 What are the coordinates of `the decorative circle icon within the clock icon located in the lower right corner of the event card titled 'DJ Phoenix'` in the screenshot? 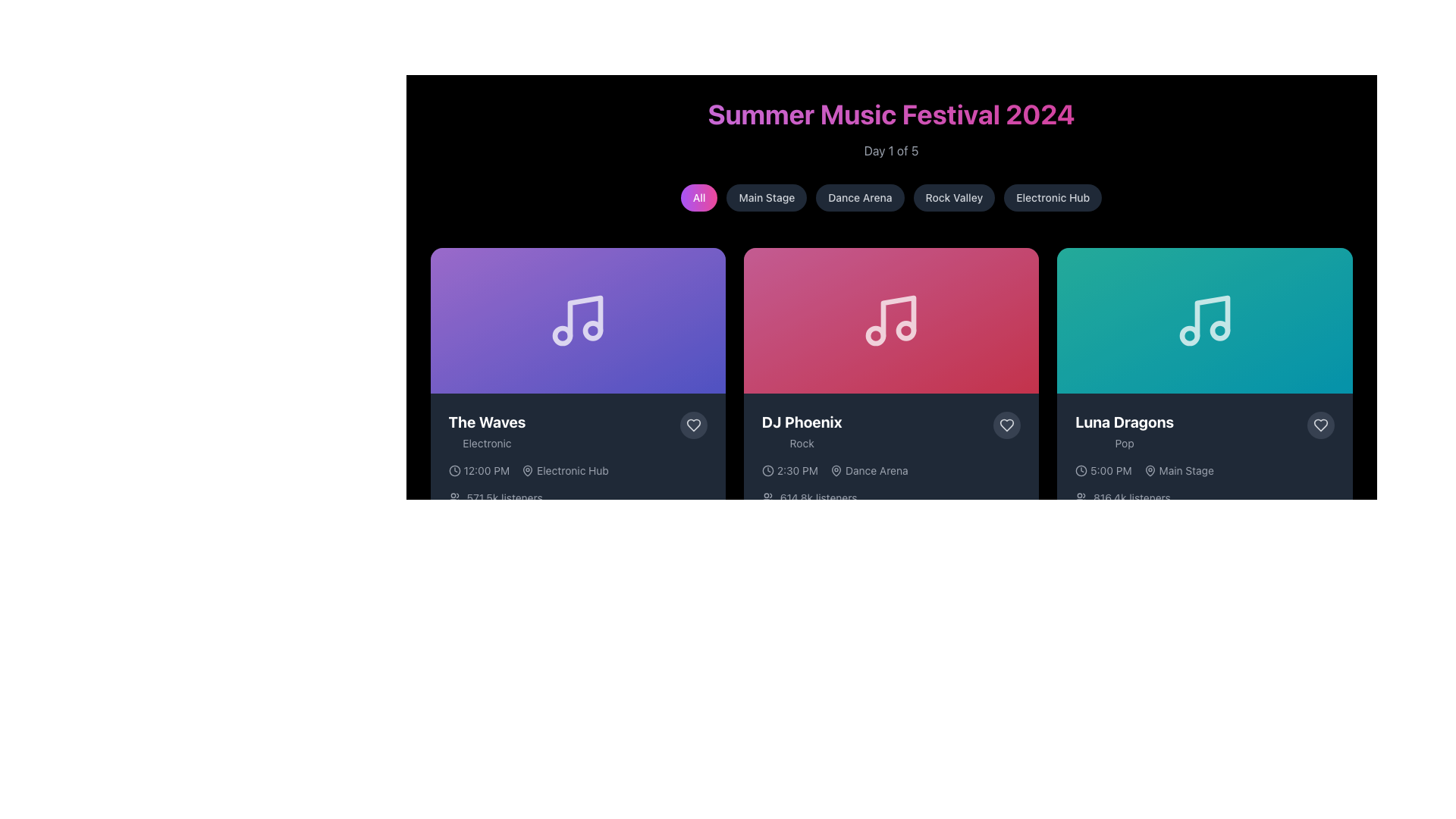 It's located at (1081, 470).